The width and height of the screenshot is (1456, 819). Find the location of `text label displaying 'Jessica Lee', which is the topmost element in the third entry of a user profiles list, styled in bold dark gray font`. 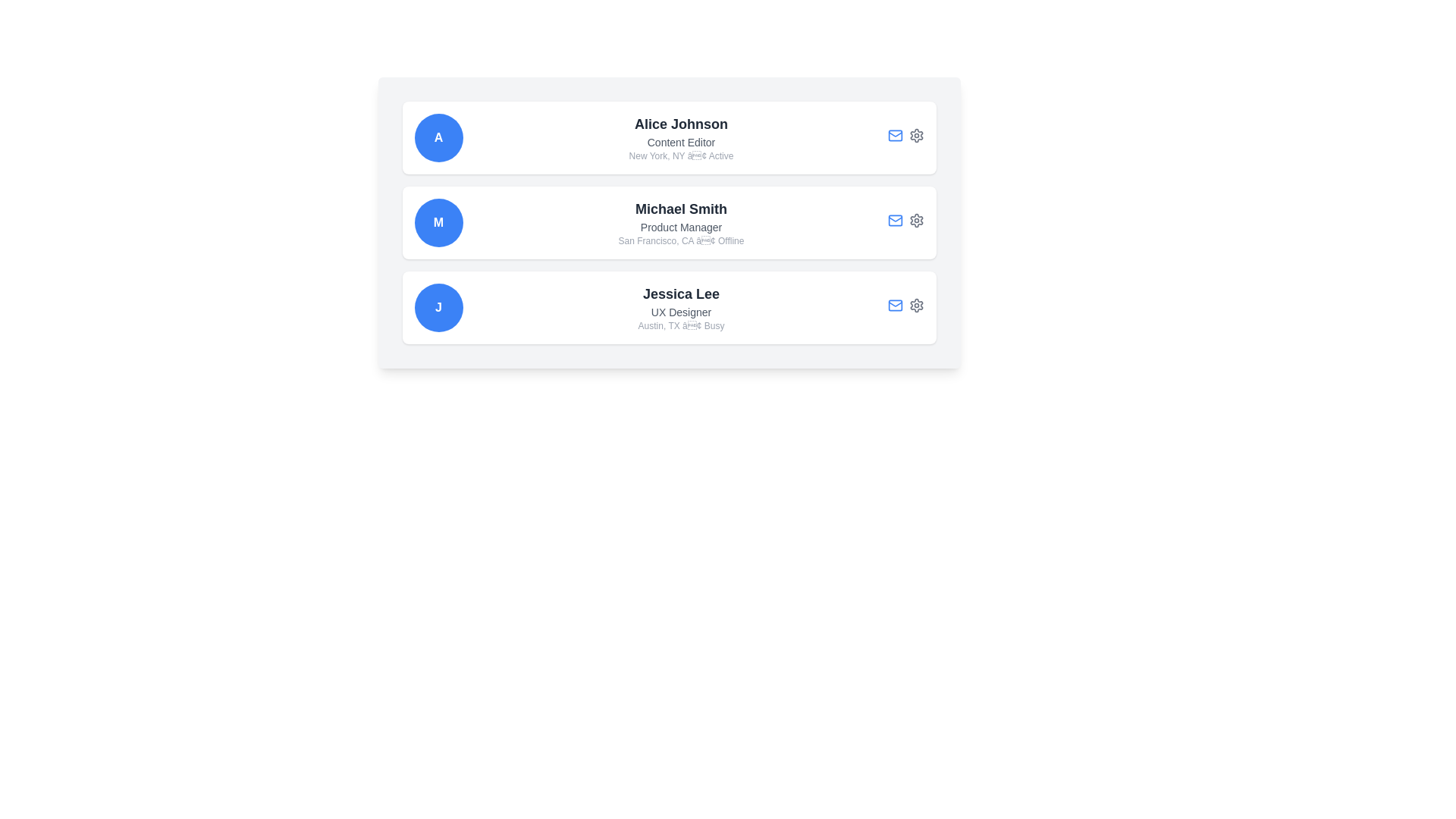

text label displaying 'Jessica Lee', which is the topmost element in the third entry of a user profiles list, styled in bold dark gray font is located at coordinates (680, 294).